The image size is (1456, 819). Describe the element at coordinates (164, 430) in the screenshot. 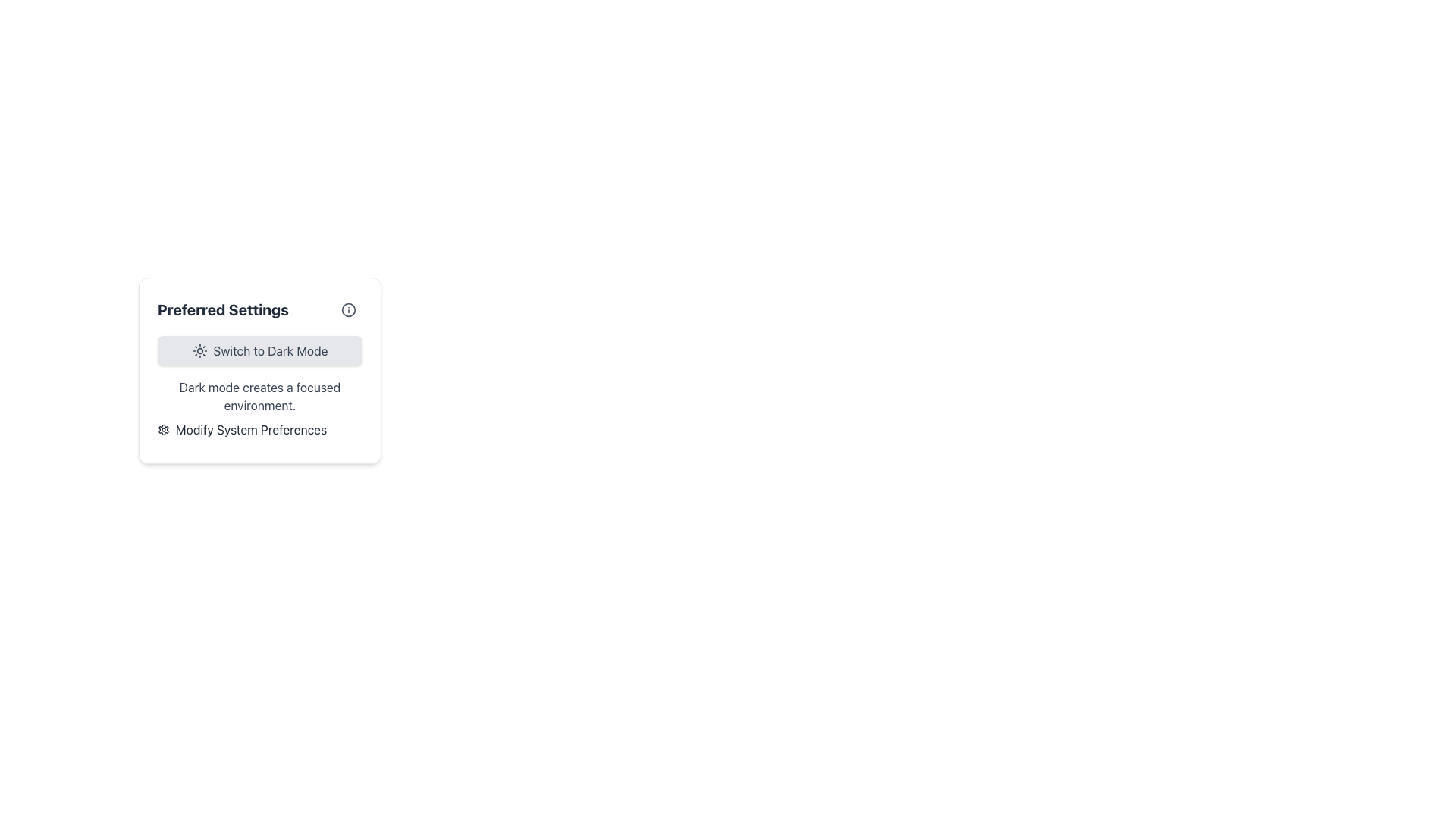

I see `the settings icon located in the middle of the interface's right side` at that location.